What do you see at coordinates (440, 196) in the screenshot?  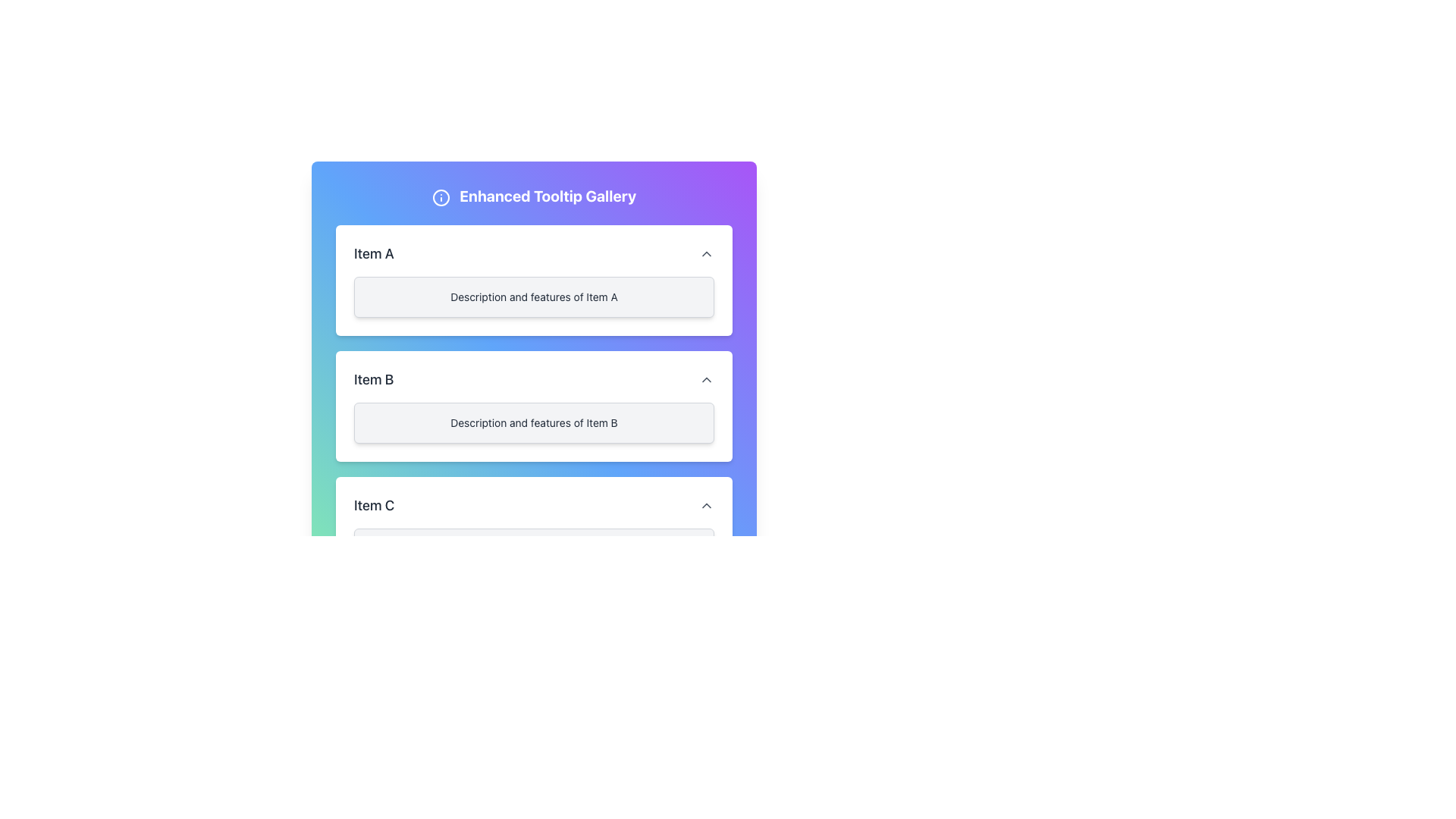 I see `the icon located at the left end of the 'Enhanced Tooltip Gallery' heading, which is used to provide additional information or context` at bounding box center [440, 196].